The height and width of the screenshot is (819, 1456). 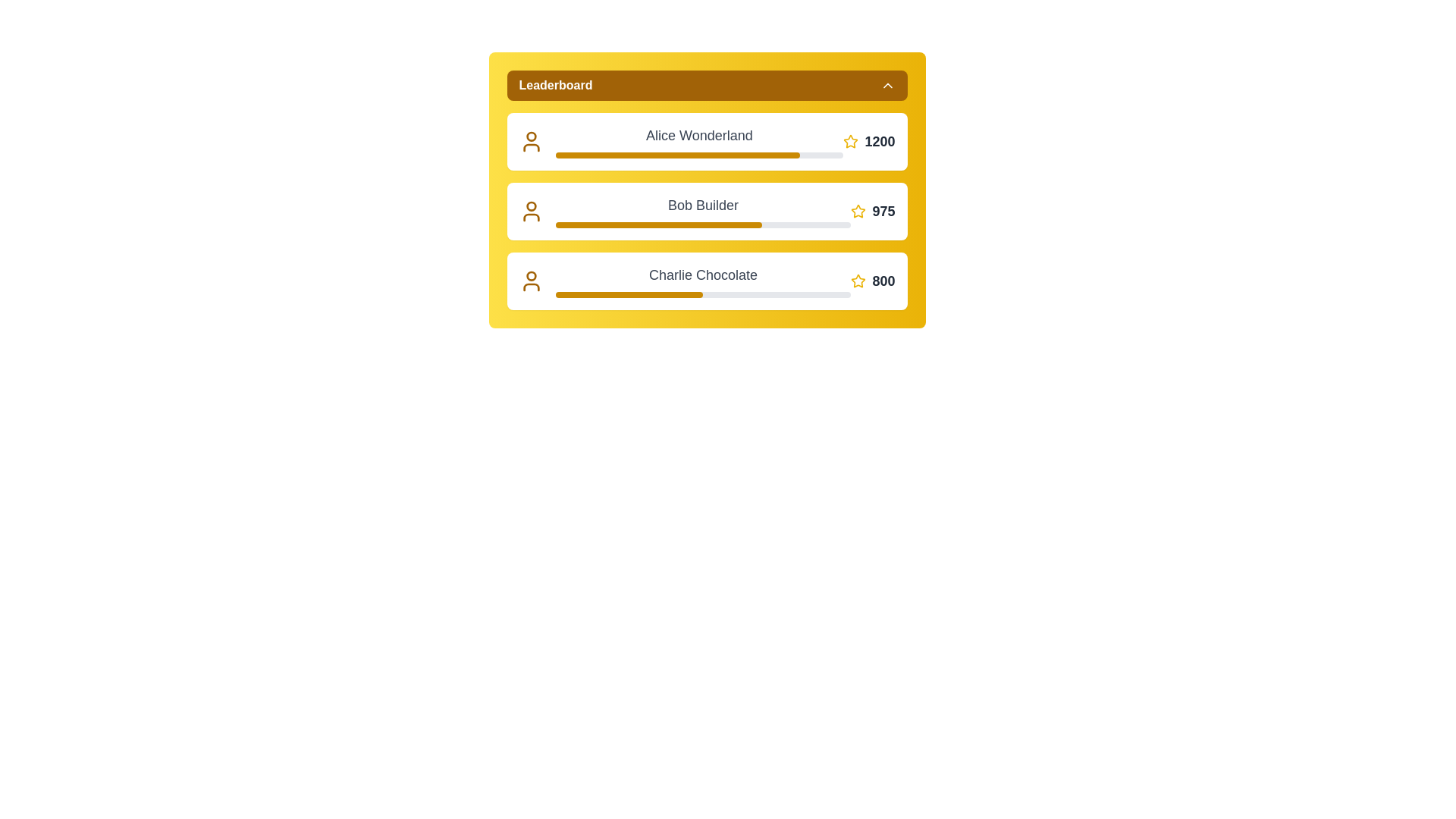 I want to click on the star icon indicating a notable status associated with the score '800', which is positioned on the last line of entries in the leaderboard interface, so click(x=858, y=281).